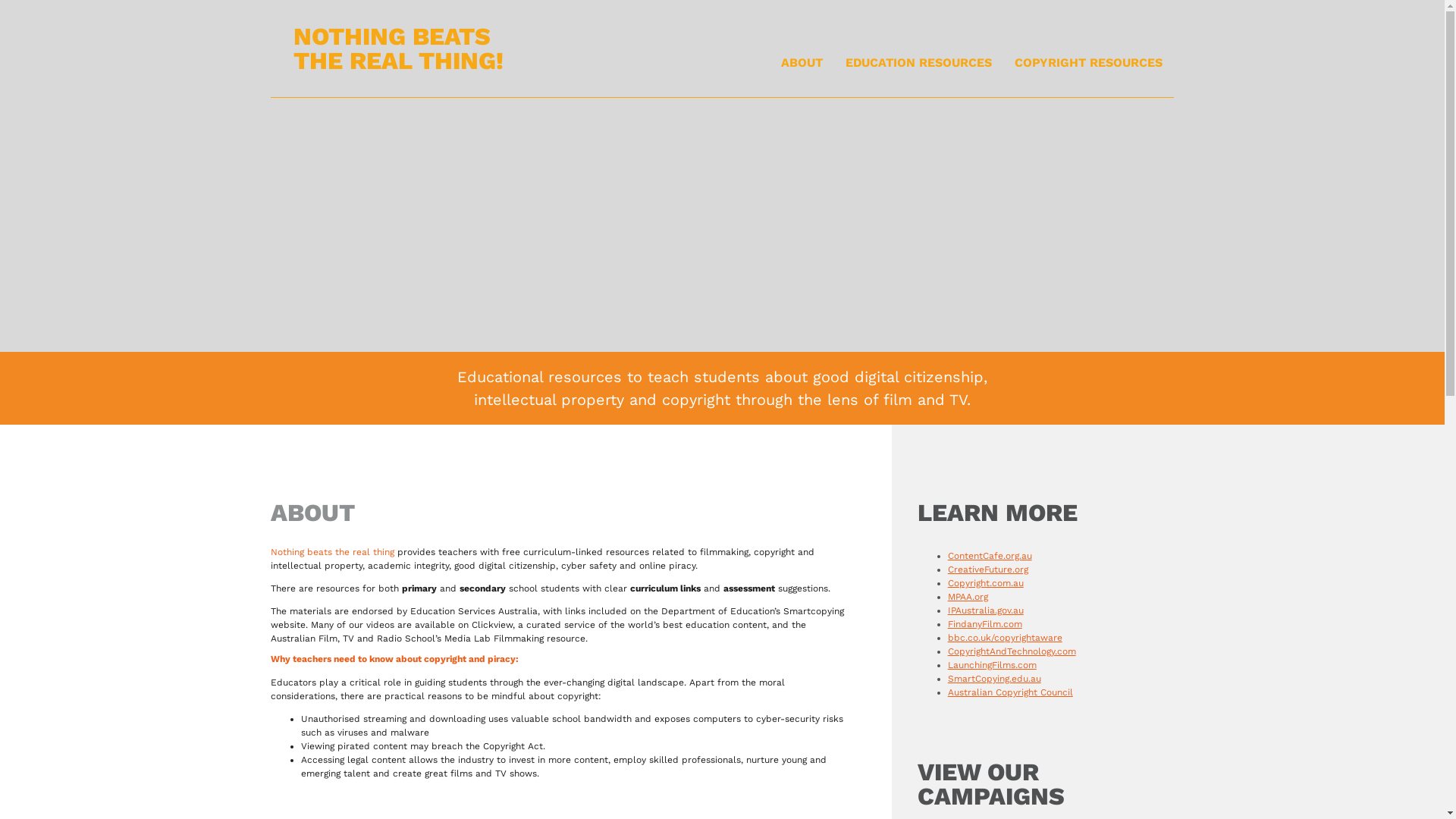 The width and height of the screenshot is (1456, 819). Describe the element at coordinates (986, 610) in the screenshot. I see `'IPAustralia.gov.au'` at that location.